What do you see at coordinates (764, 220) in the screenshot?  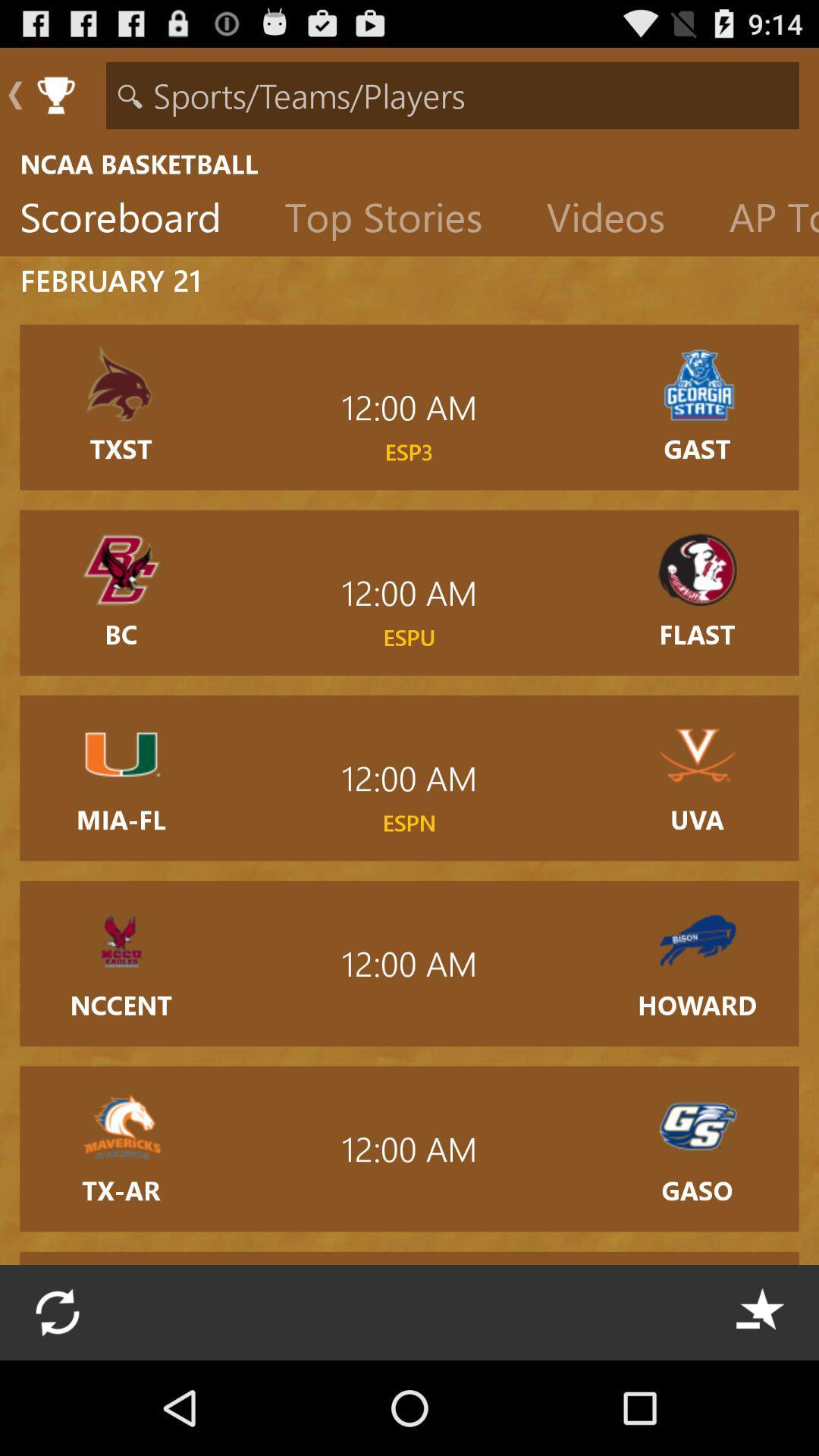 I see `the item below the ncaa basketball item` at bounding box center [764, 220].